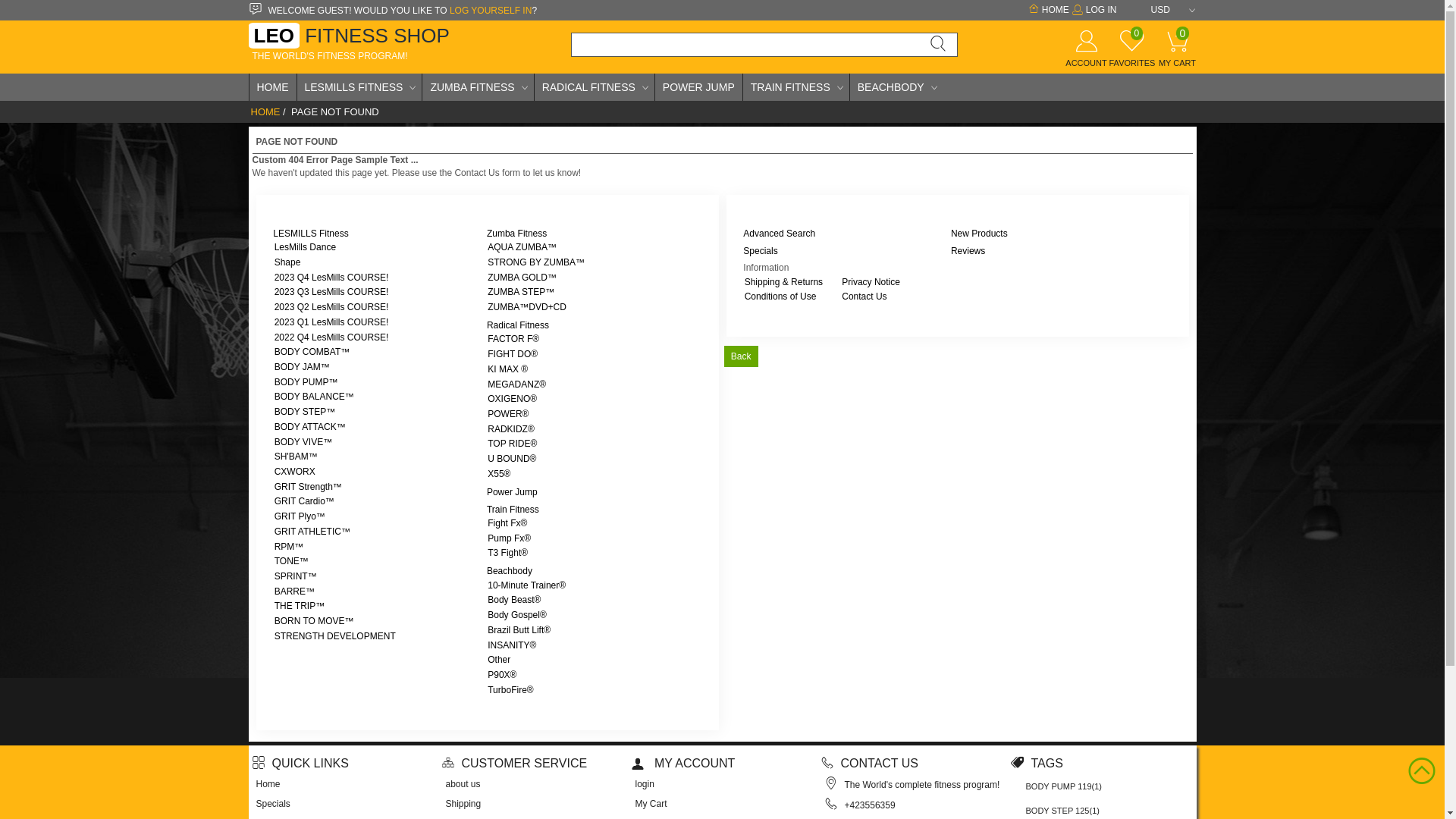 Image resolution: width=1456 pixels, height=819 pixels. What do you see at coordinates (651, 803) in the screenshot?
I see `'My Cart'` at bounding box center [651, 803].